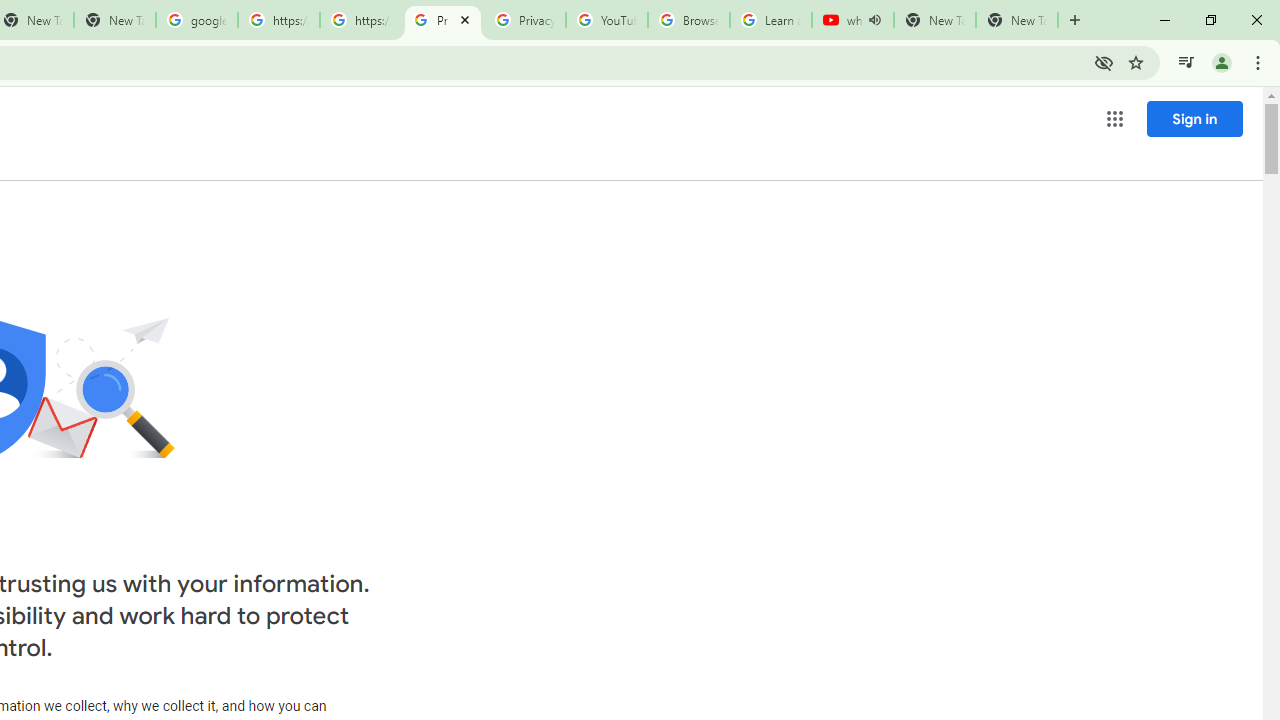  I want to click on 'Mute tab', so click(874, 20).